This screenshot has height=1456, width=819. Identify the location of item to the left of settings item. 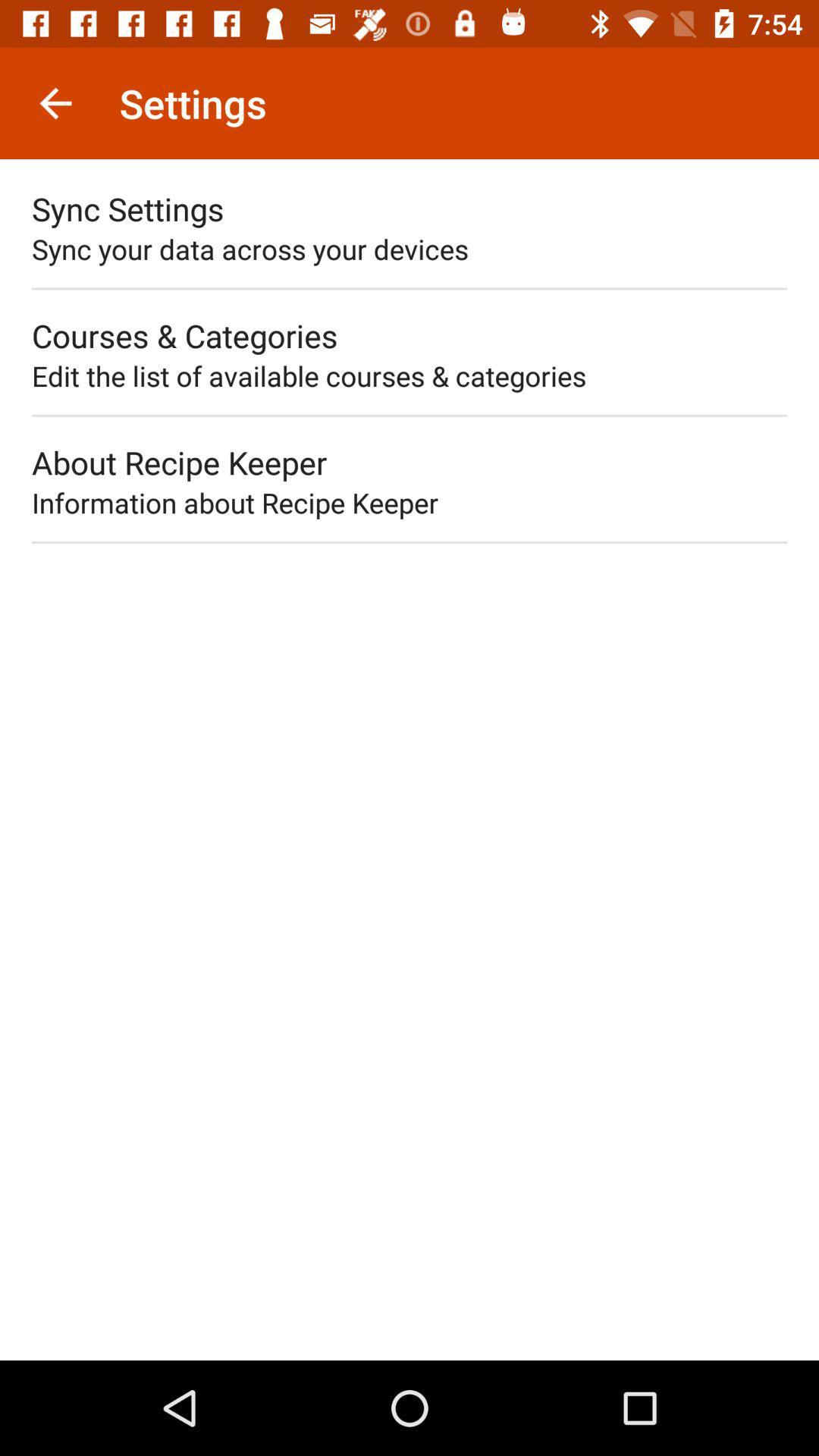
(55, 102).